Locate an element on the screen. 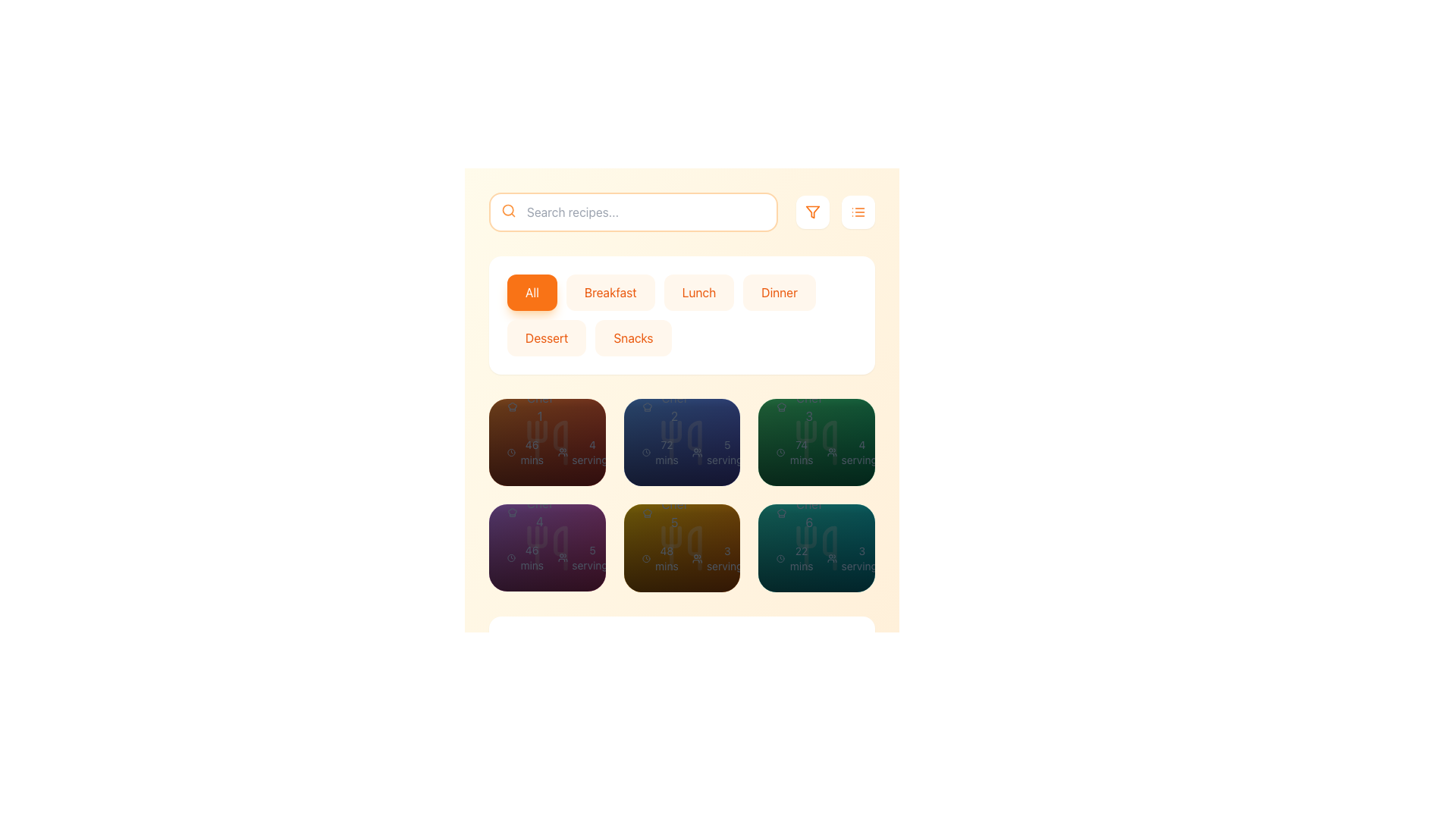  the small clock-shaped icon with a clean, minimal aesthetic located in the right-most column and second row of the grid layout, next to the '74 mins' text is located at coordinates (780, 452).